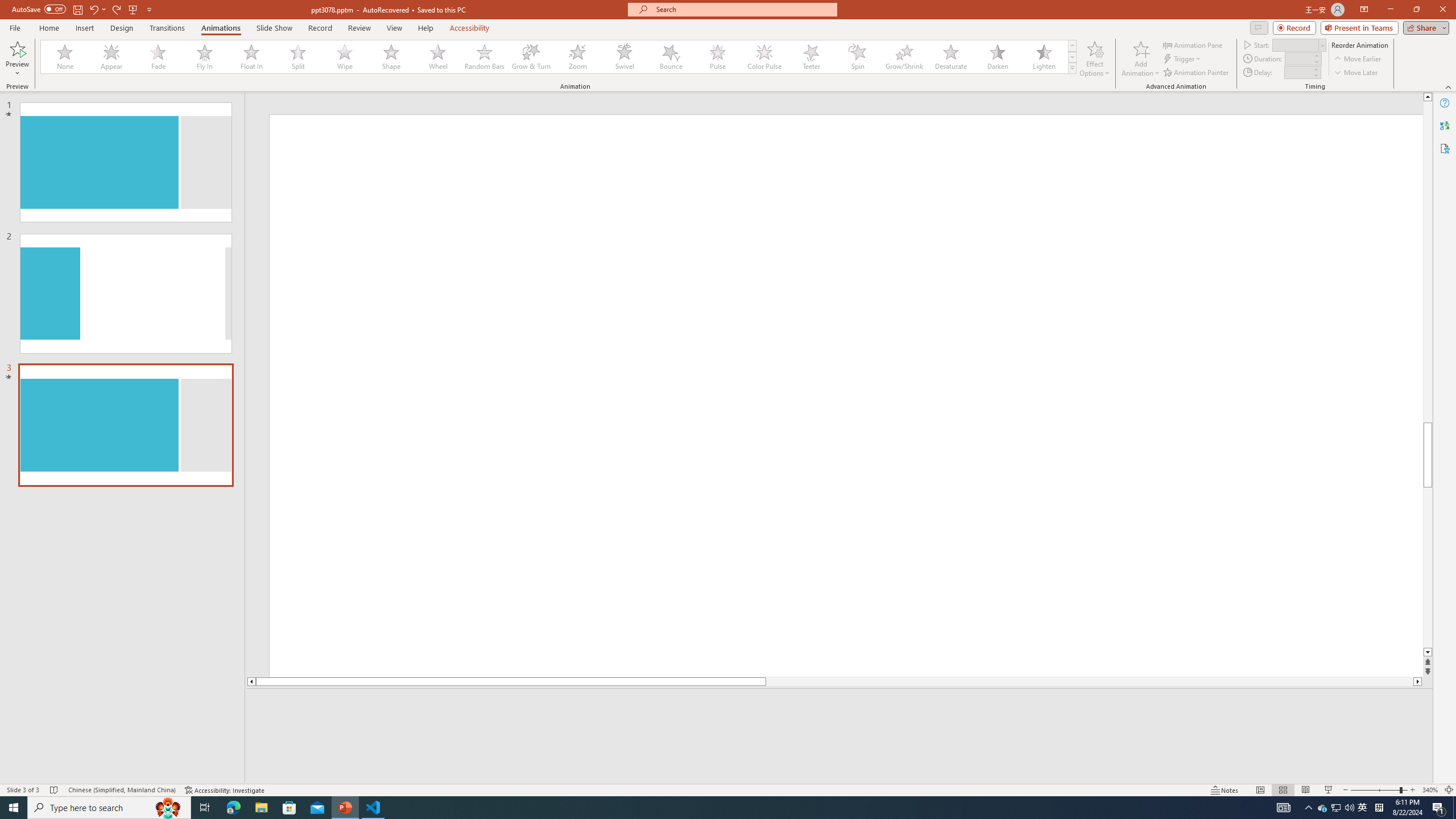  I want to click on 'Swivel', so click(624, 56).